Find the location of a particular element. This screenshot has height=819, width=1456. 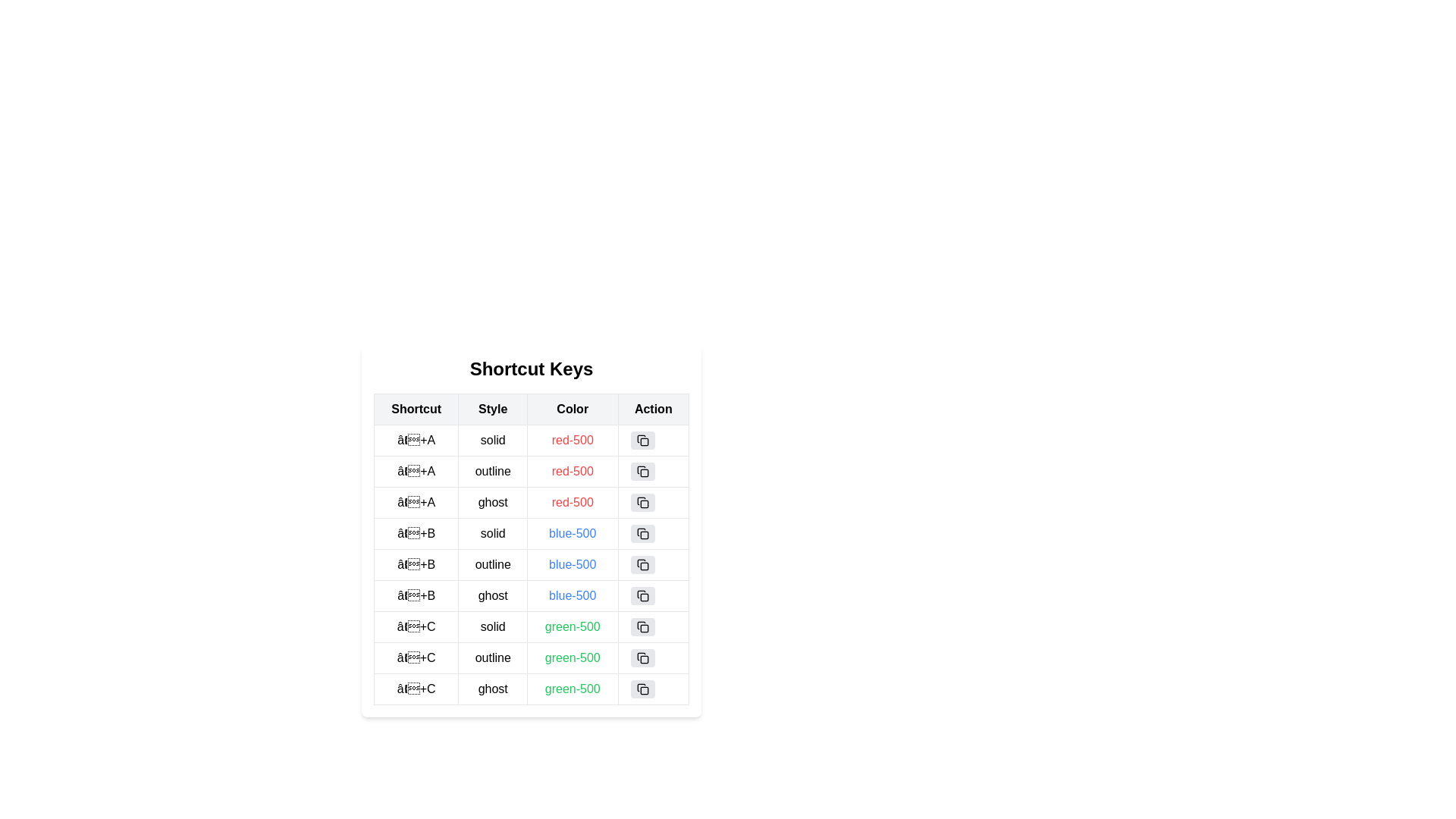

the Text Label indicating the color category 'blue-500' in the 'Color' column of the settings table, which corresponds to the 'ghost' style is located at coordinates (572, 595).